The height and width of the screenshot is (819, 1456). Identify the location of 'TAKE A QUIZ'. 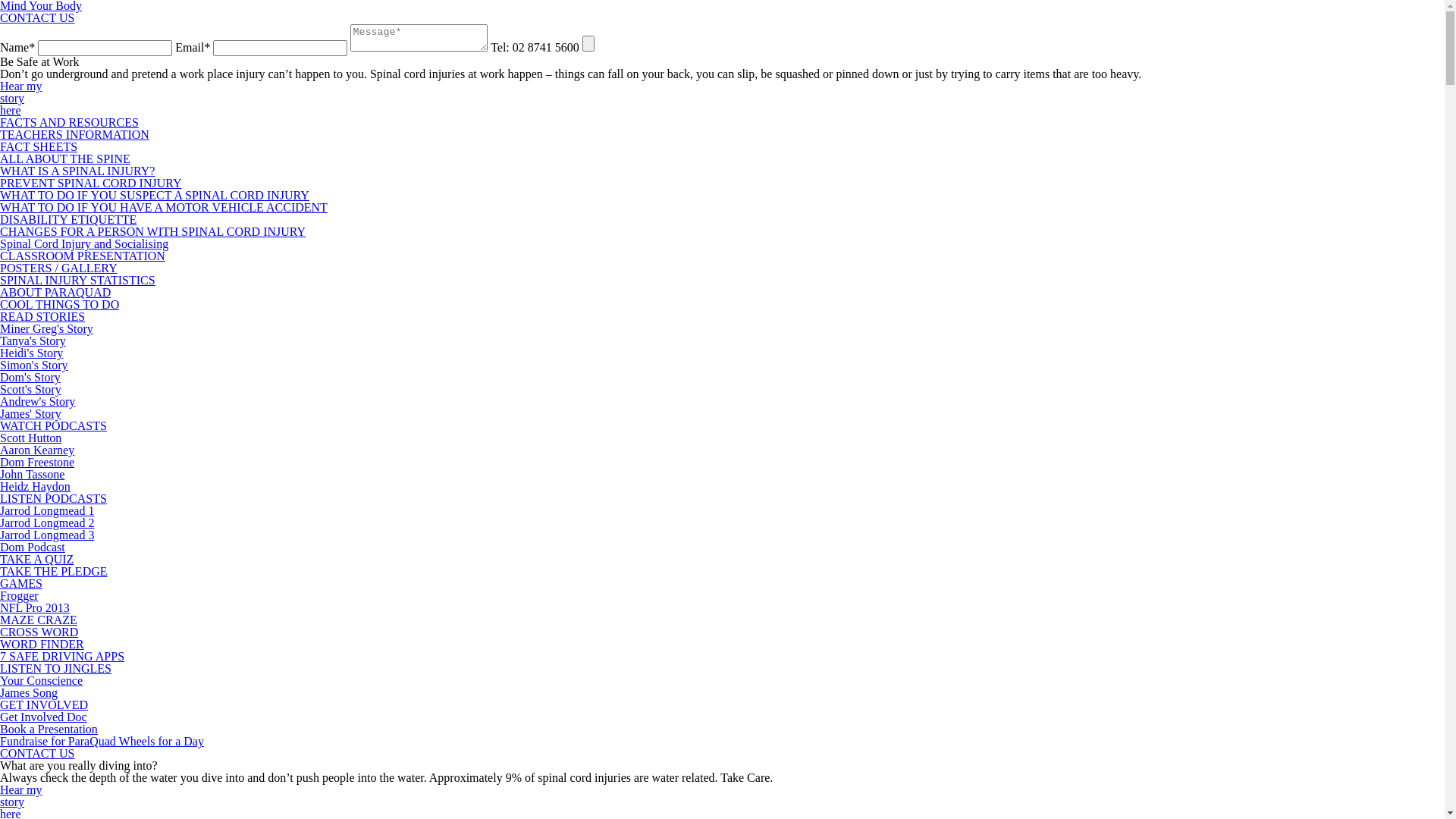
(36, 559).